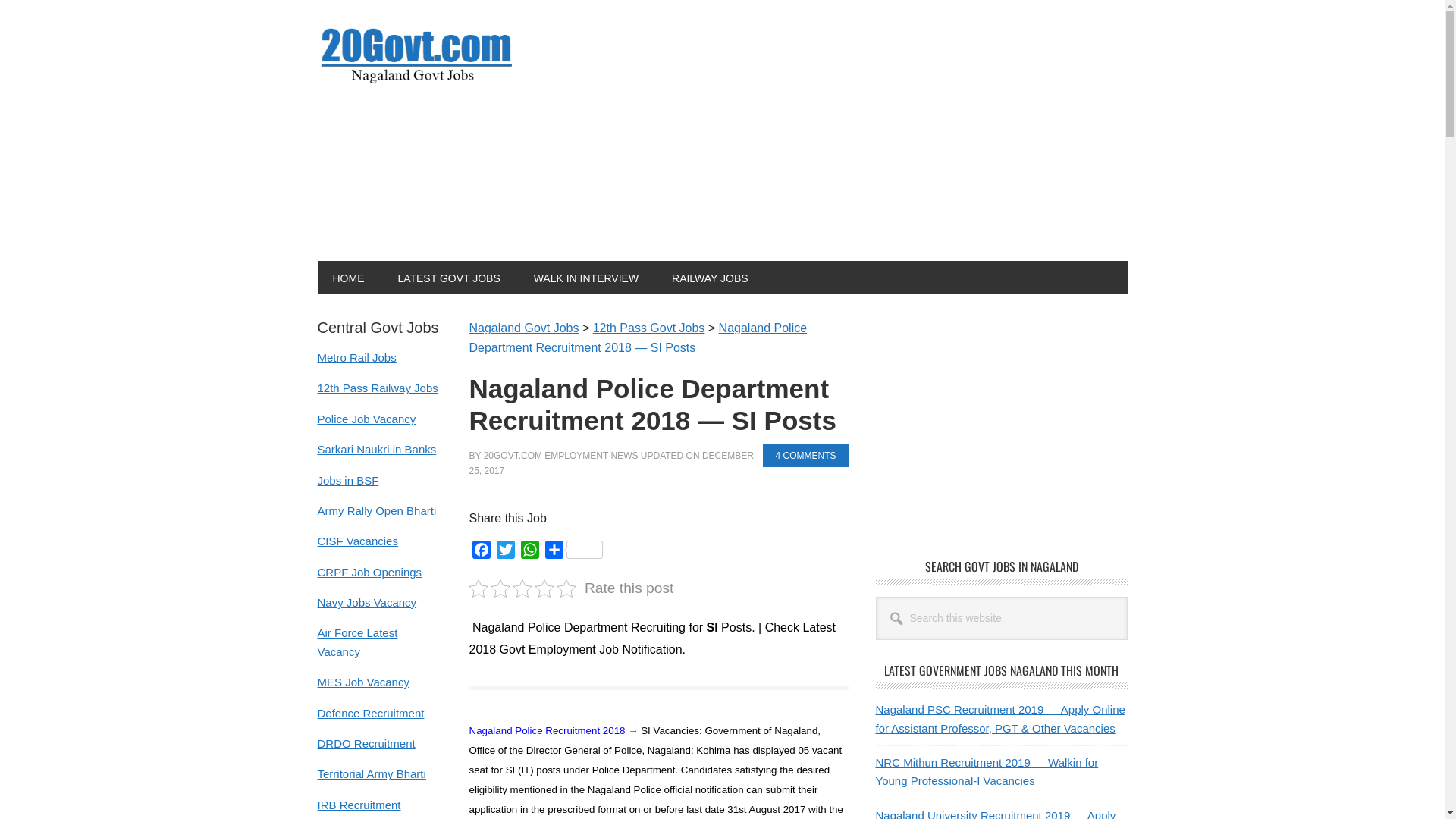  What do you see at coordinates (656, 278) in the screenshot?
I see `'RAILWAY JOBS'` at bounding box center [656, 278].